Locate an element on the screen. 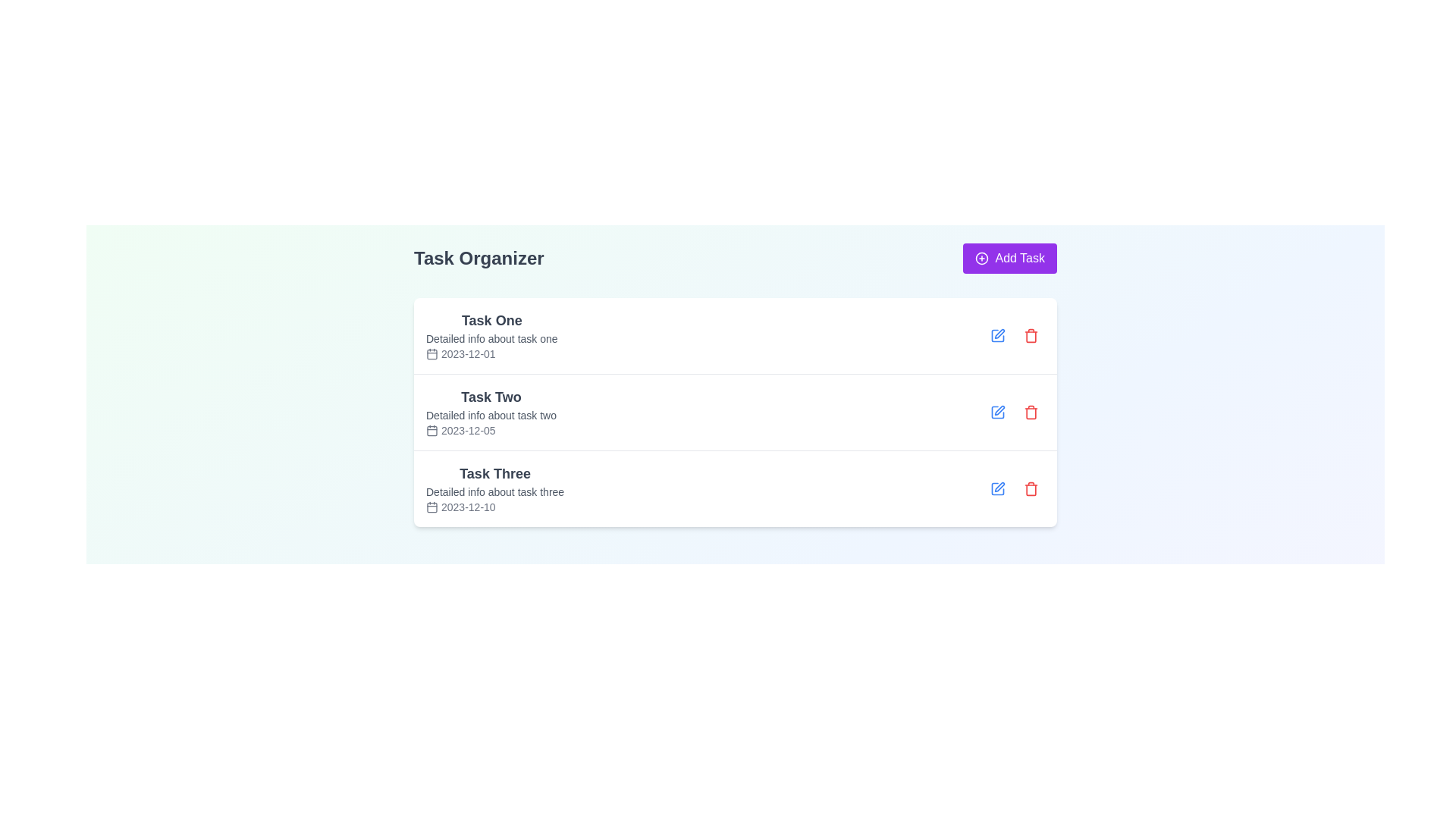 The image size is (1456, 819). text label displaying 'Task One', which is the topmost text in the task list, styled in a large, bold, dark gray font is located at coordinates (491, 320).